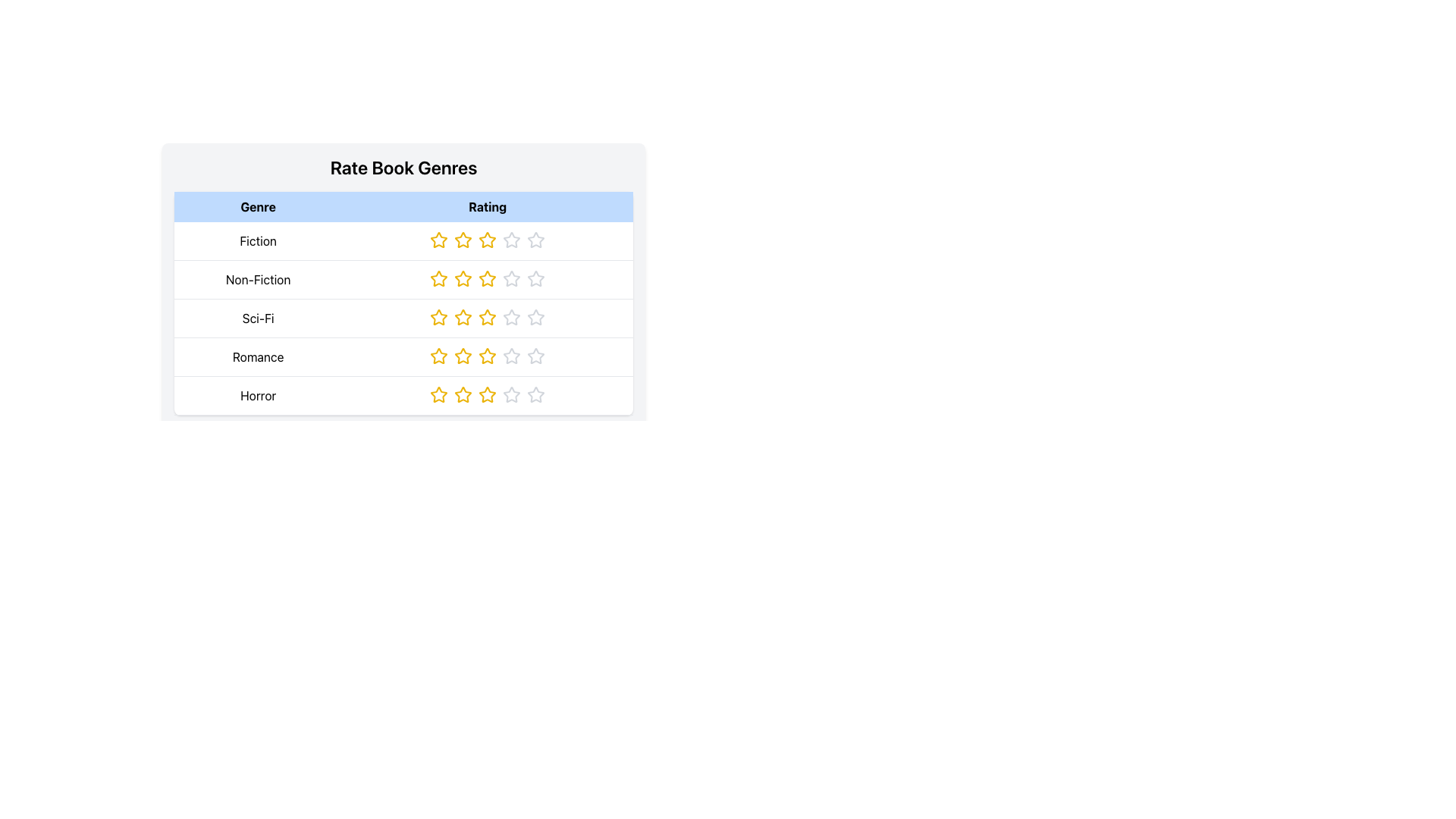 Image resolution: width=1456 pixels, height=819 pixels. I want to click on on the second star in the Sci-Fi genre rating system, so click(438, 316).